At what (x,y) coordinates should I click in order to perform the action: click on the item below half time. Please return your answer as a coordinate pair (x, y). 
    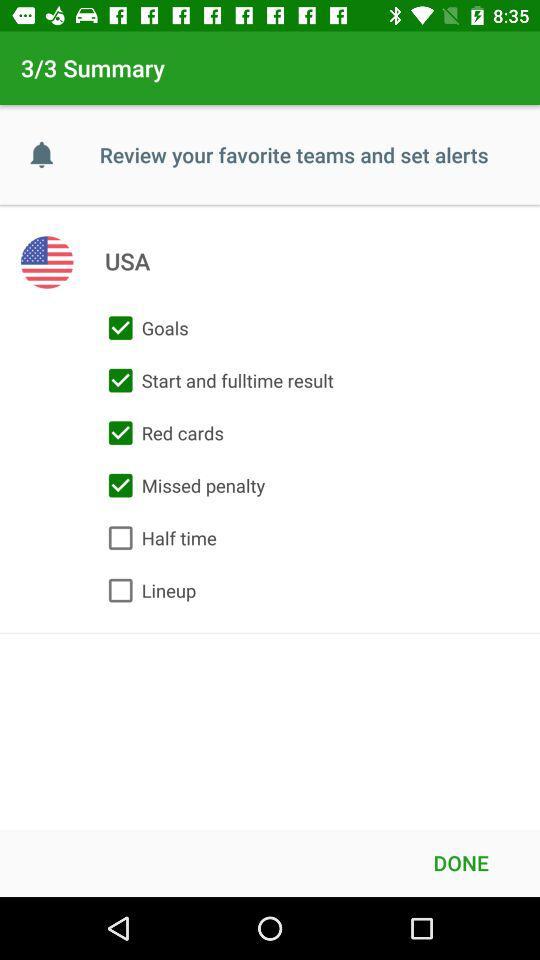
    Looking at the image, I should click on (146, 590).